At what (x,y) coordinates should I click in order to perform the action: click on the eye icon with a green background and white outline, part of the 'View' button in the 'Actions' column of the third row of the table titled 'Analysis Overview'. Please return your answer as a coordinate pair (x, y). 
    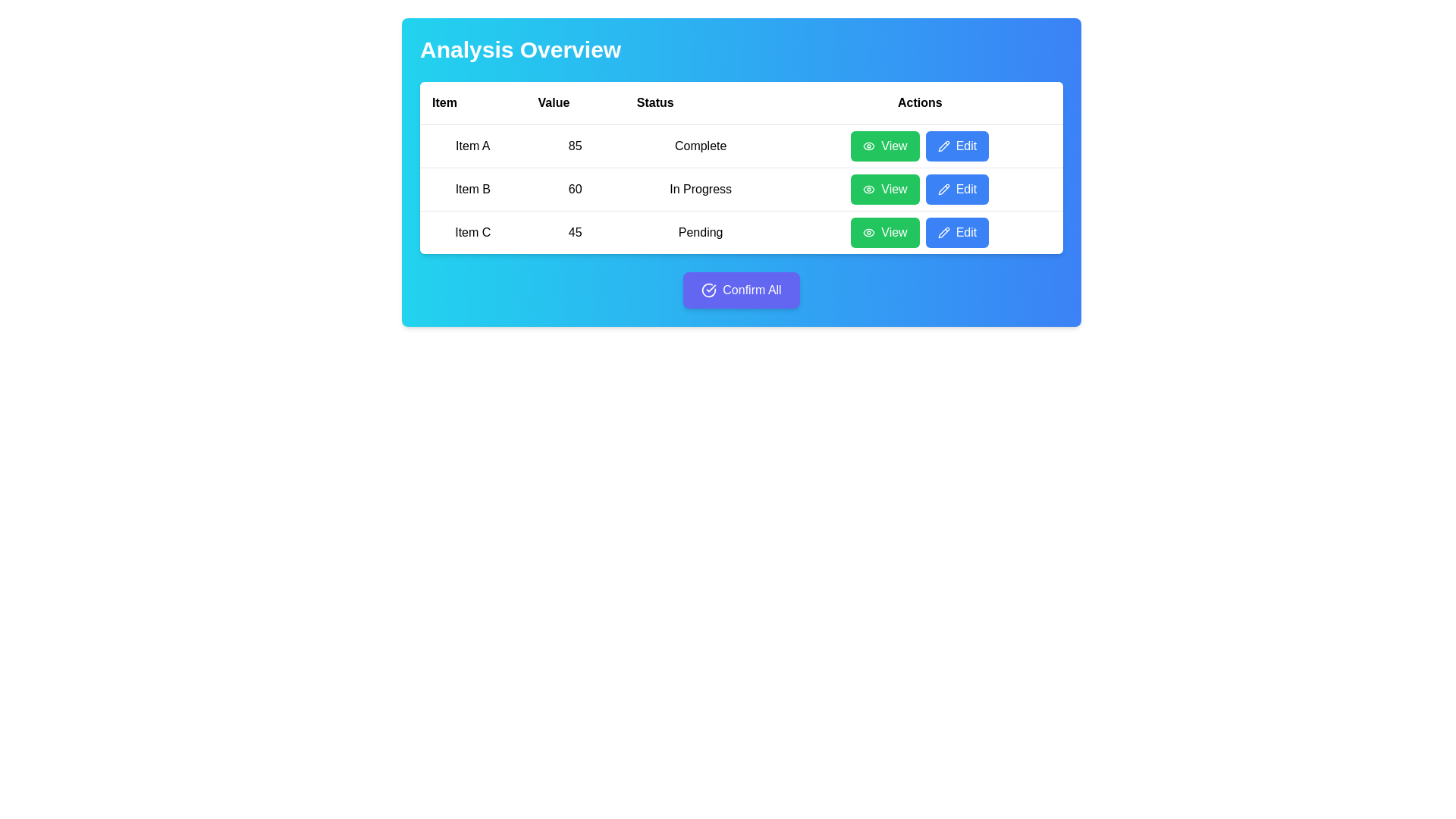
    Looking at the image, I should click on (869, 233).